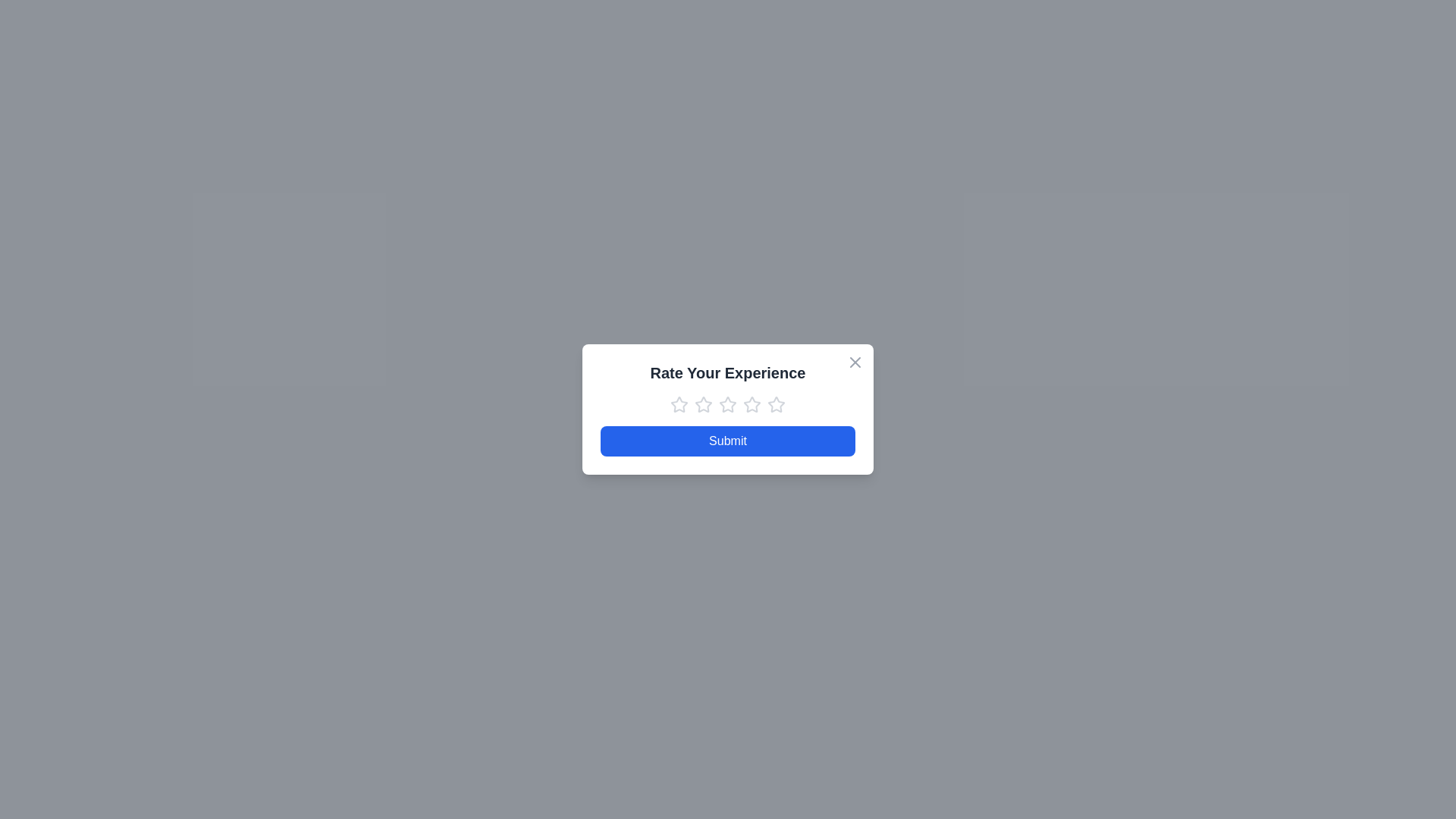 This screenshot has width=1456, height=819. What do you see at coordinates (728, 403) in the screenshot?
I see `the star corresponding to 3 to rate the experience` at bounding box center [728, 403].